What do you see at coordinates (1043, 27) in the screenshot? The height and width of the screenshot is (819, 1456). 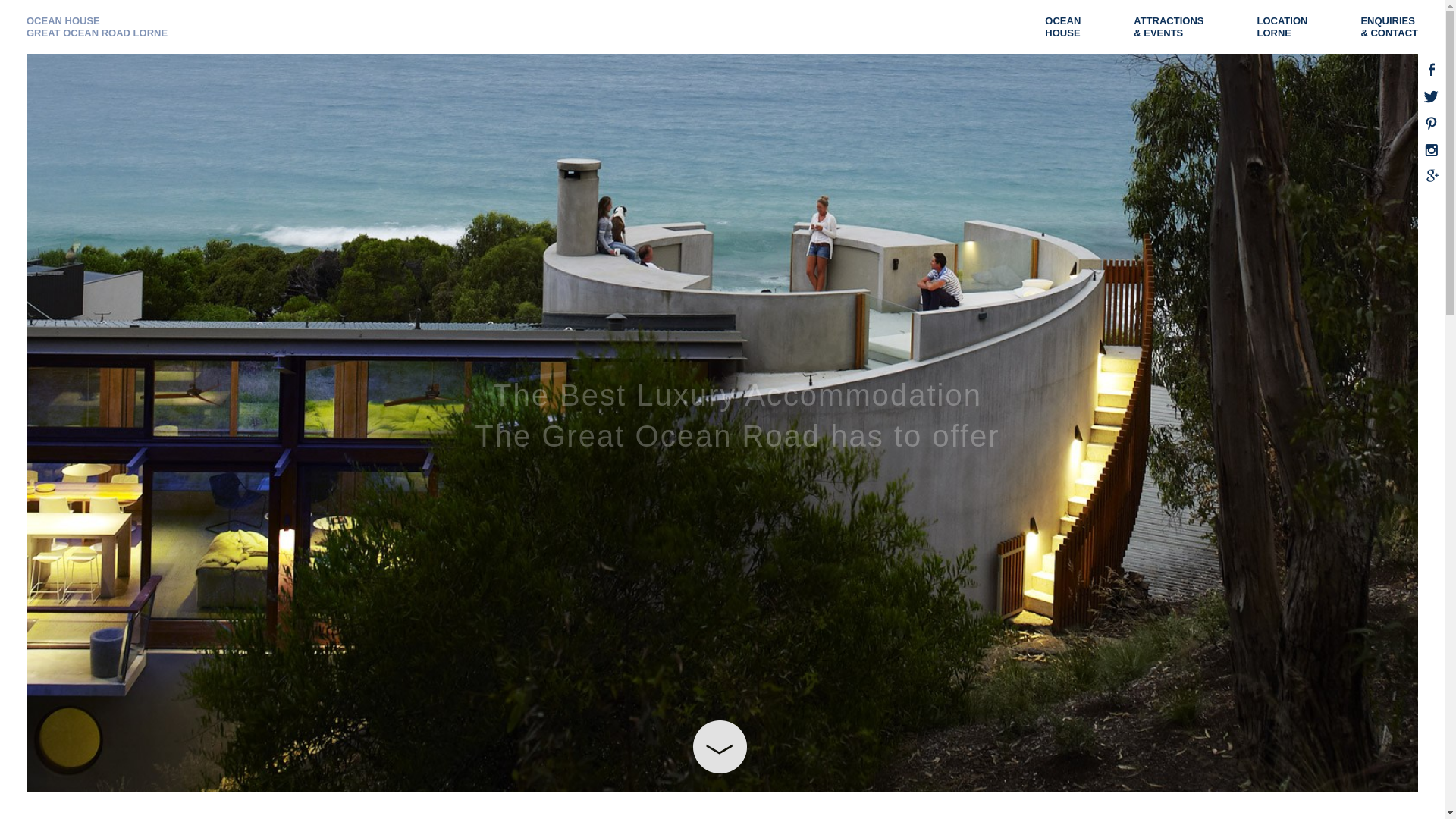 I see `'OCEAN` at bounding box center [1043, 27].